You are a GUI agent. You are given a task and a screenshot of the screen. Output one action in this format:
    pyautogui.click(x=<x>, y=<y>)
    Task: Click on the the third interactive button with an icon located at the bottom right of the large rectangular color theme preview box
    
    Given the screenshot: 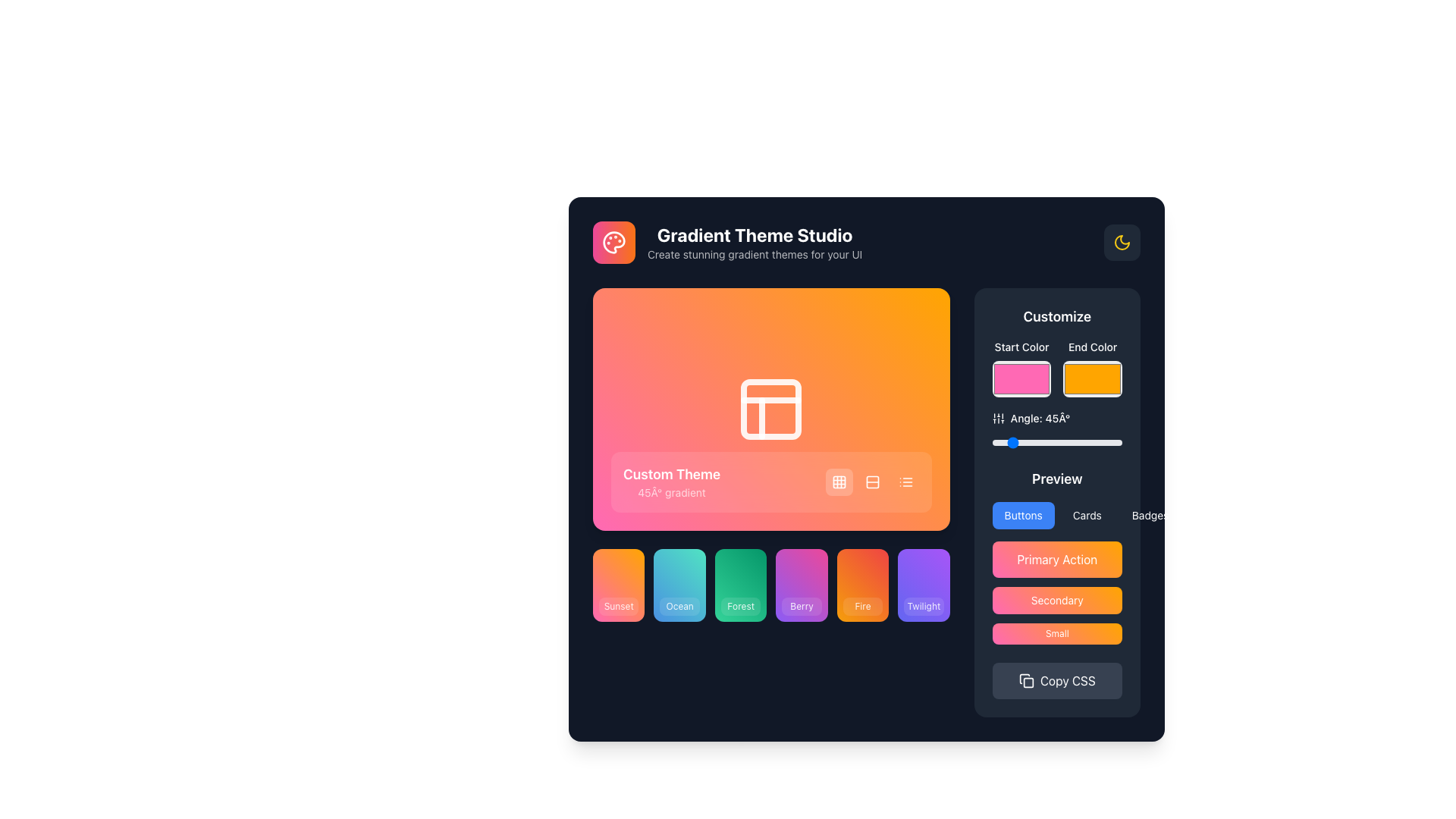 What is the action you would take?
    pyautogui.click(x=905, y=482)
    